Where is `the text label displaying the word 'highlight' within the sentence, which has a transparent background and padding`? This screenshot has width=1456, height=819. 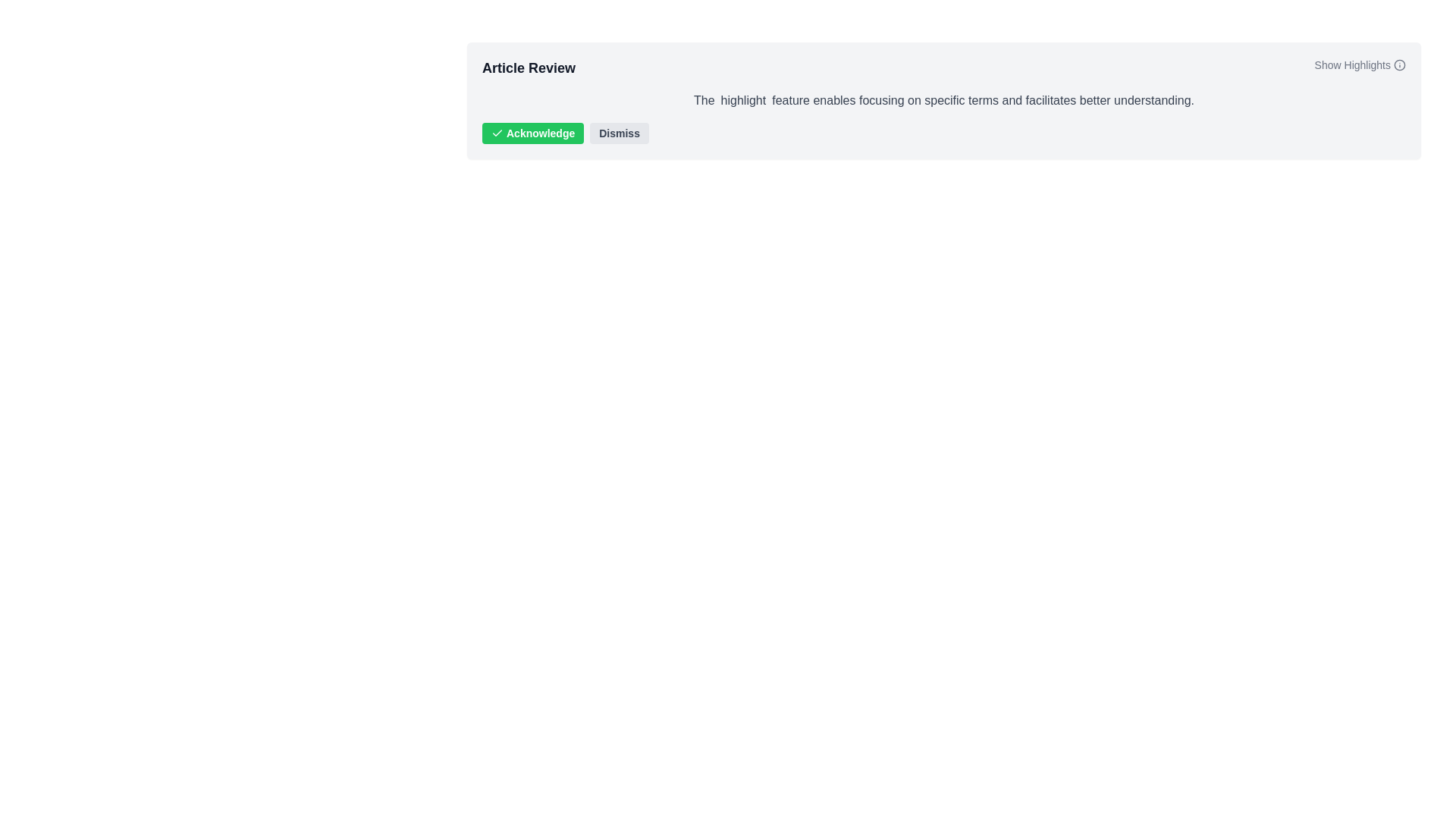 the text label displaying the word 'highlight' within the sentence, which has a transparent background and padding is located at coordinates (743, 100).